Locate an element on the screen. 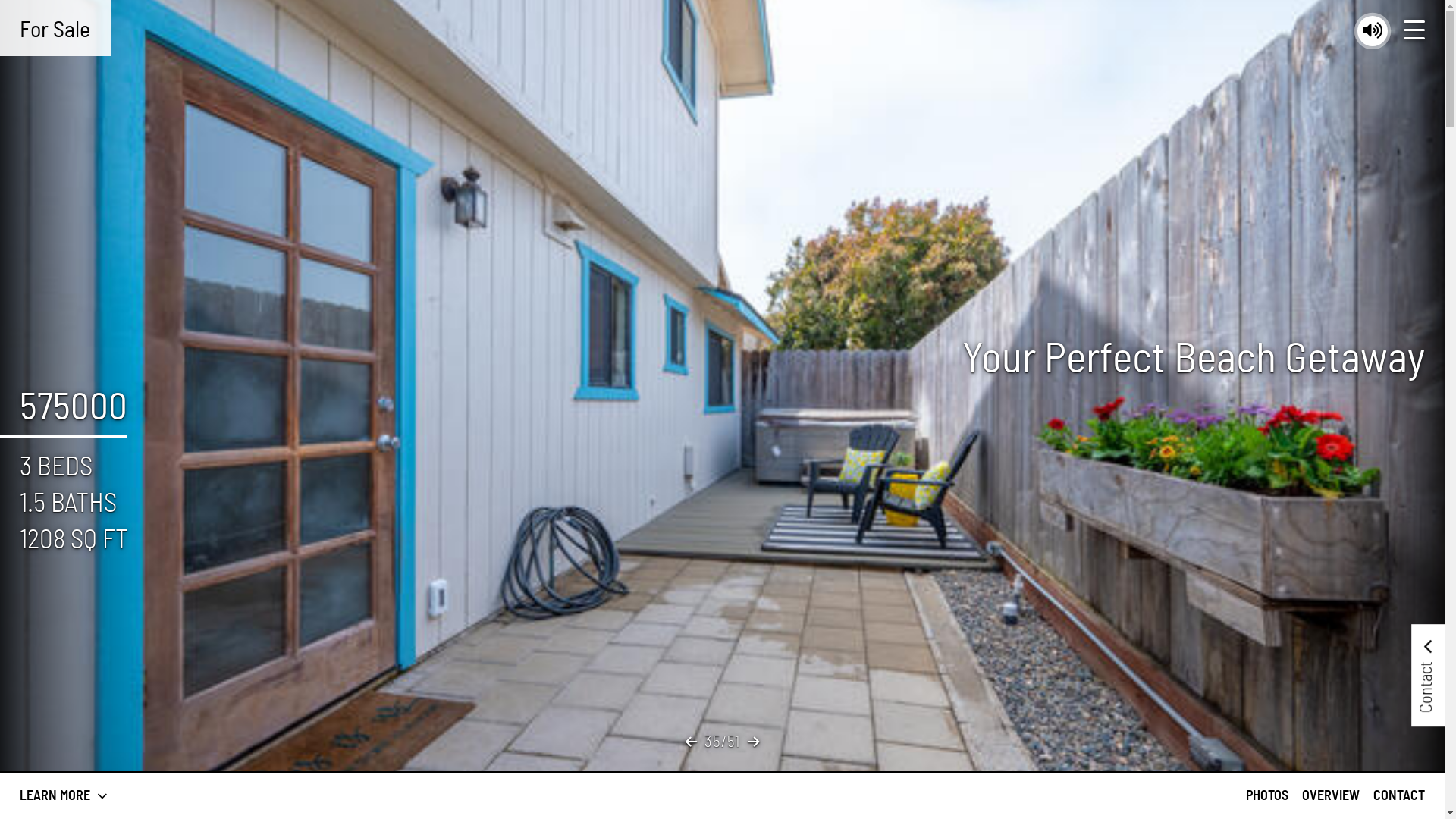 The image size is (1456, 819). 'PHOTOS' is located at coordinates (1266, 795).